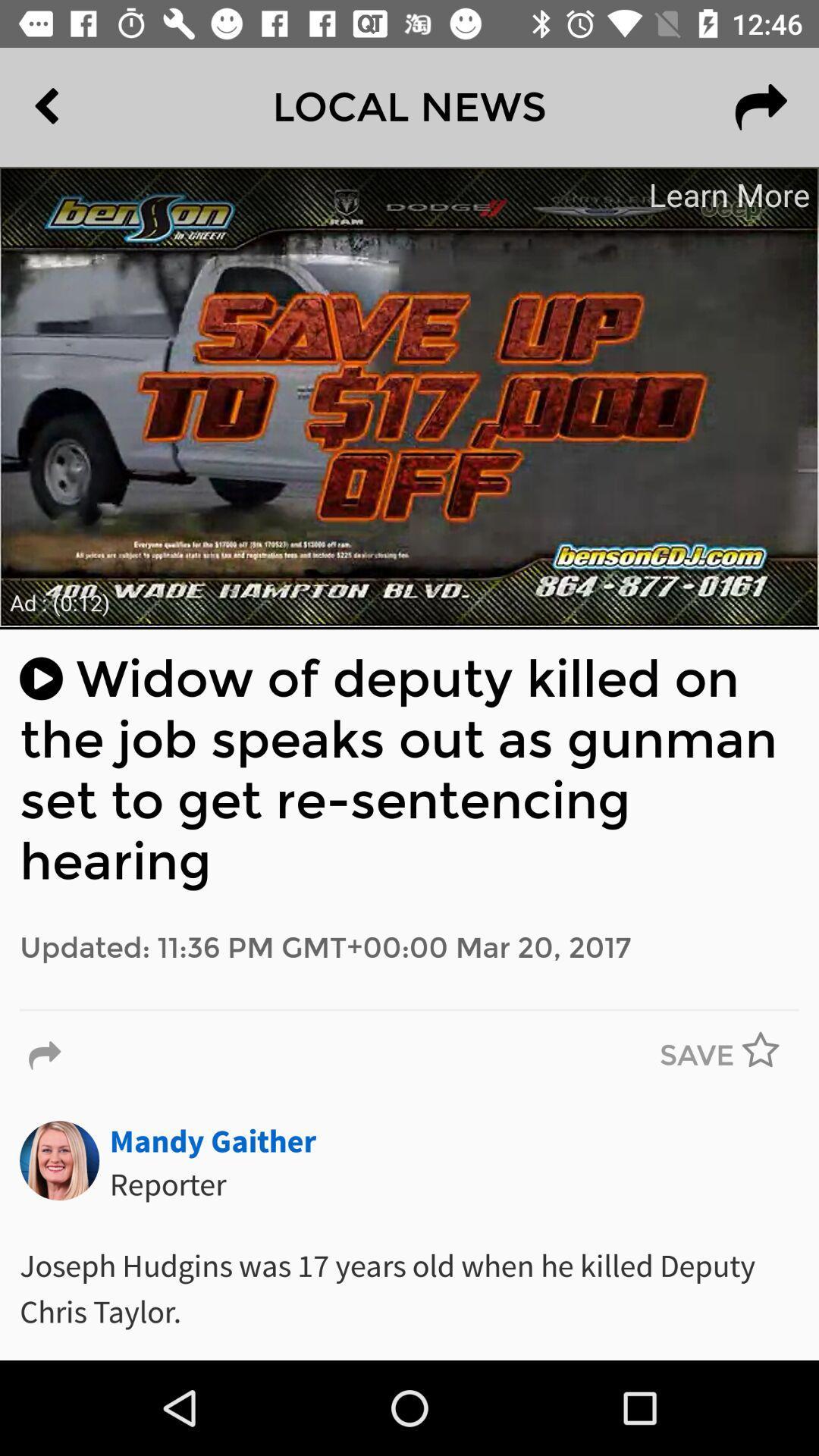  What do you see at coordinates (761, 106) in the screenshot?
I see `the redo icon` at bounding box center [761, 106].